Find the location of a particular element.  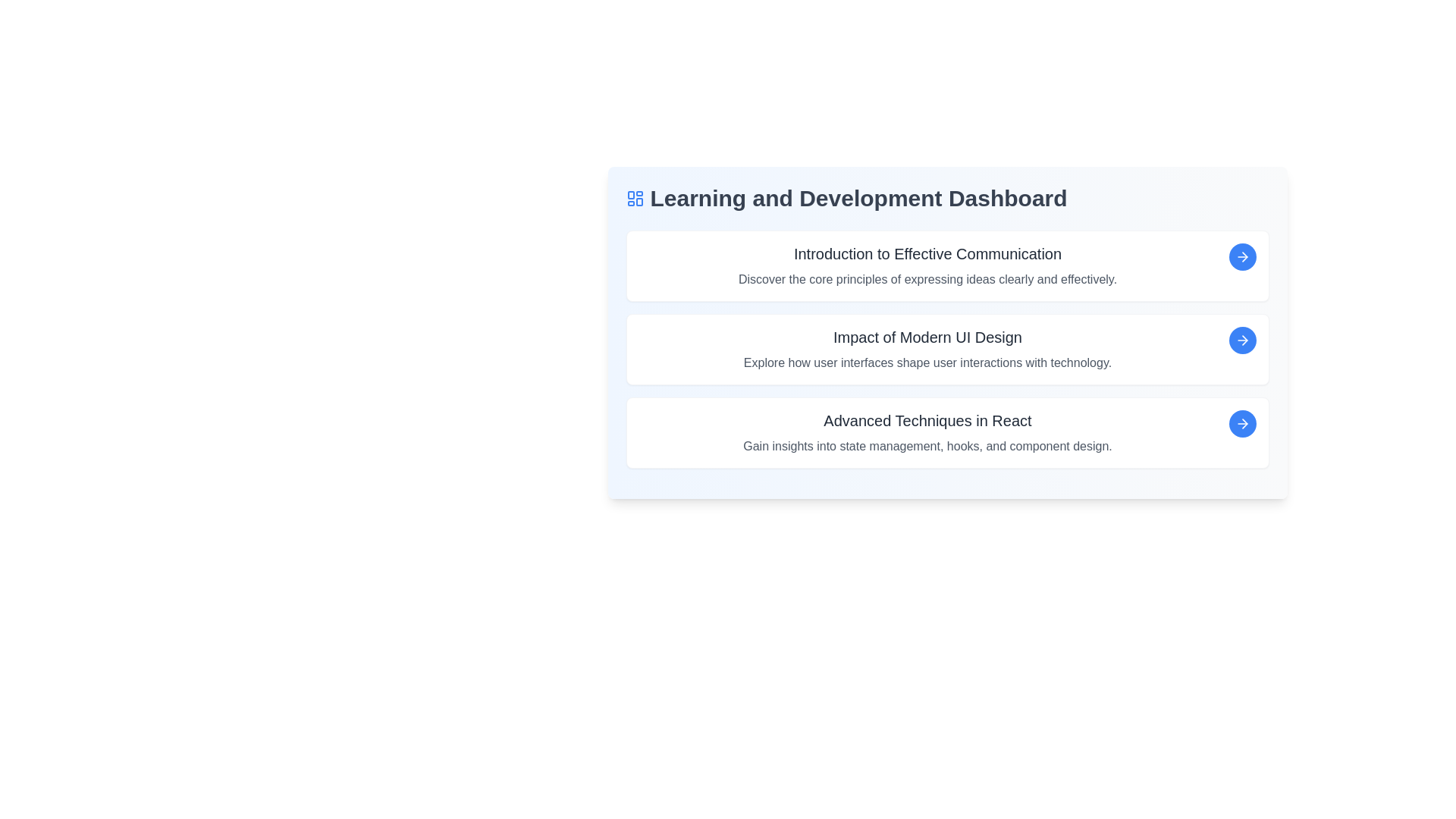

the A list item titled 'Impact of Modern UI Design', which describes its importance in user interactions, positioned between 'Introduction to Effective Communication' and 'Advanced Techniques in React' is located at coordinates (946, 350).